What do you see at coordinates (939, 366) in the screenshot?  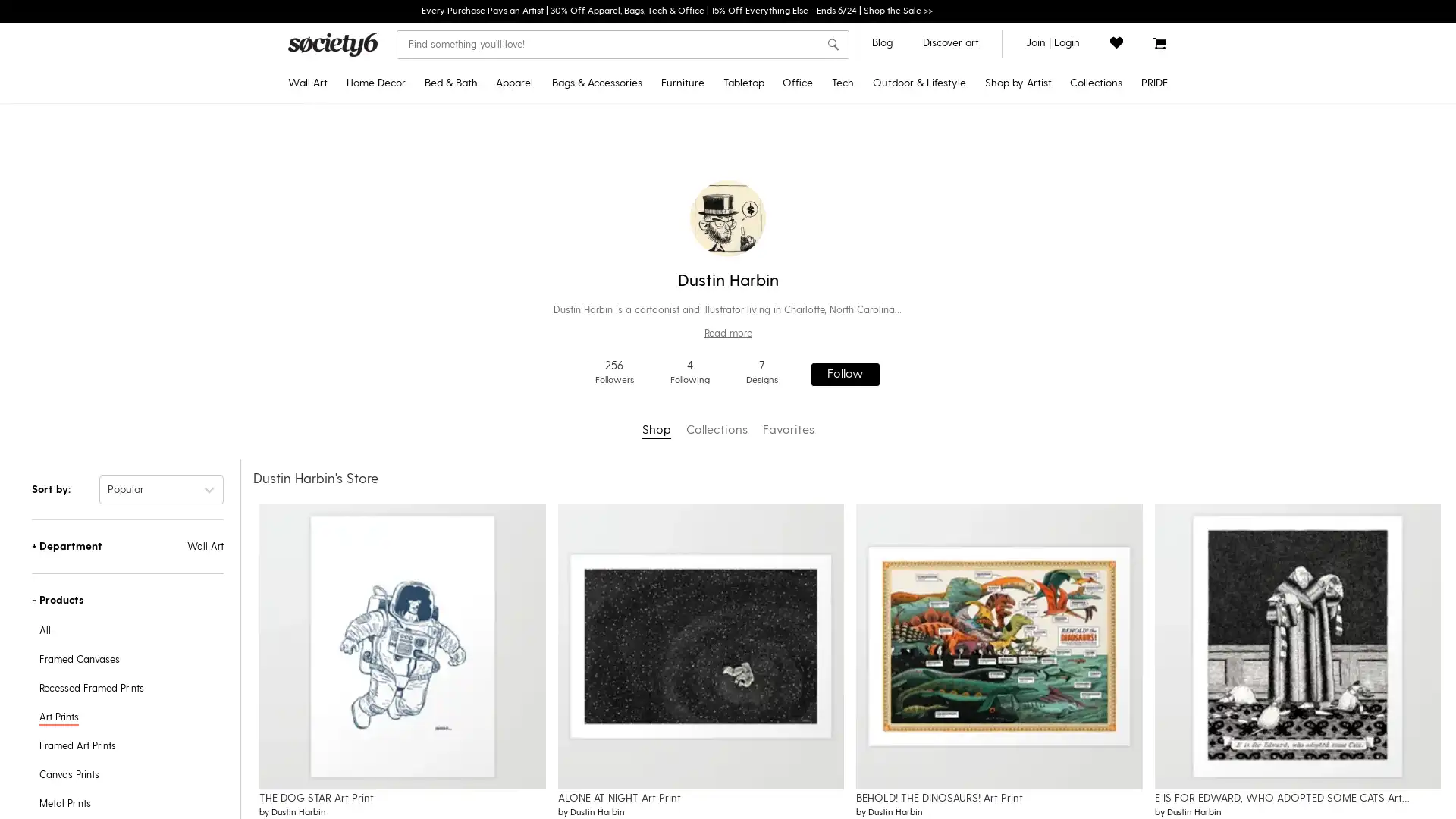 I see `Picnic Blankets` at bounding box center [939, 366].